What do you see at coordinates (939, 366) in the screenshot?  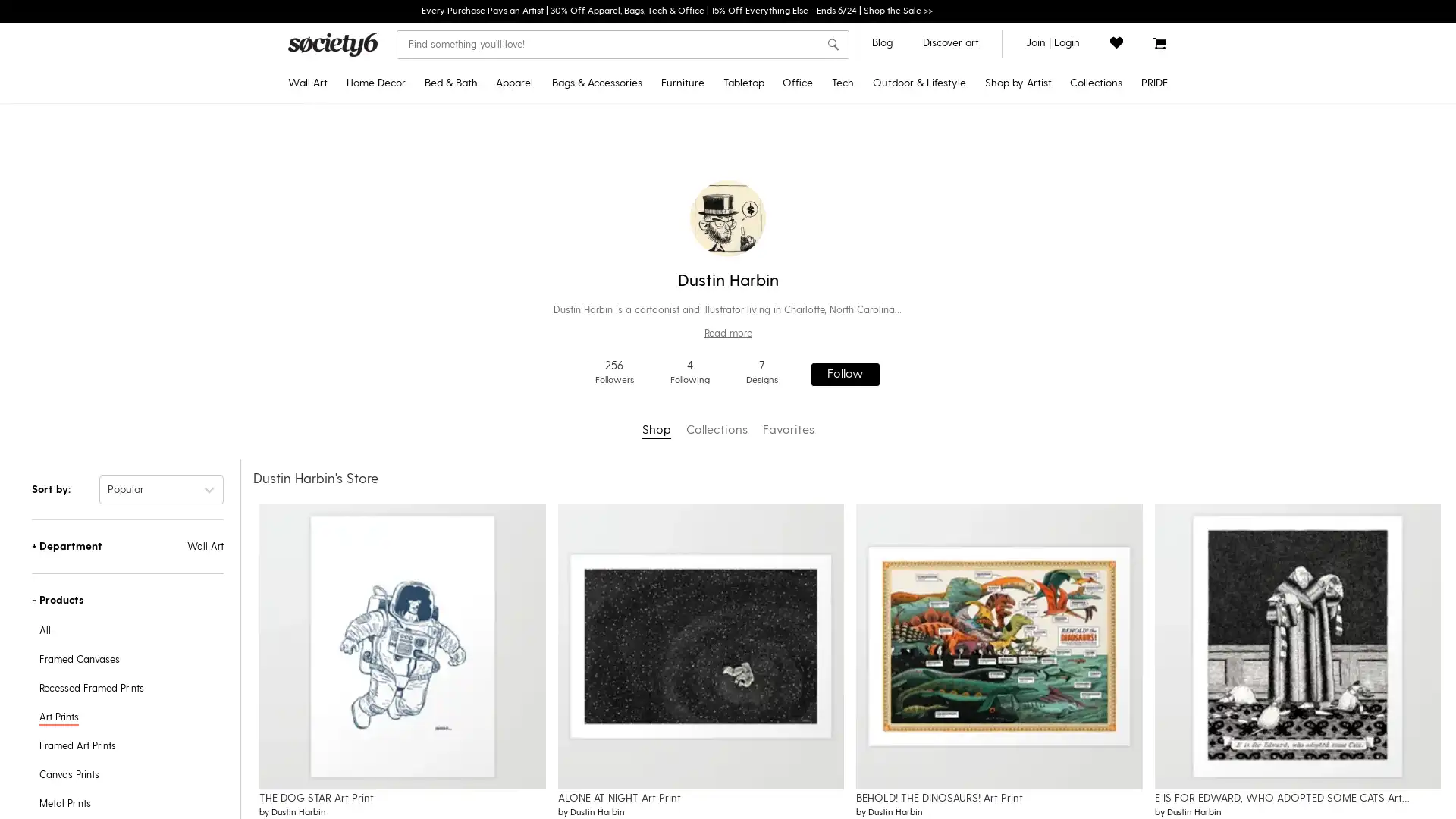 I see `Picnic Blankets` at bounding box center [939, 366].